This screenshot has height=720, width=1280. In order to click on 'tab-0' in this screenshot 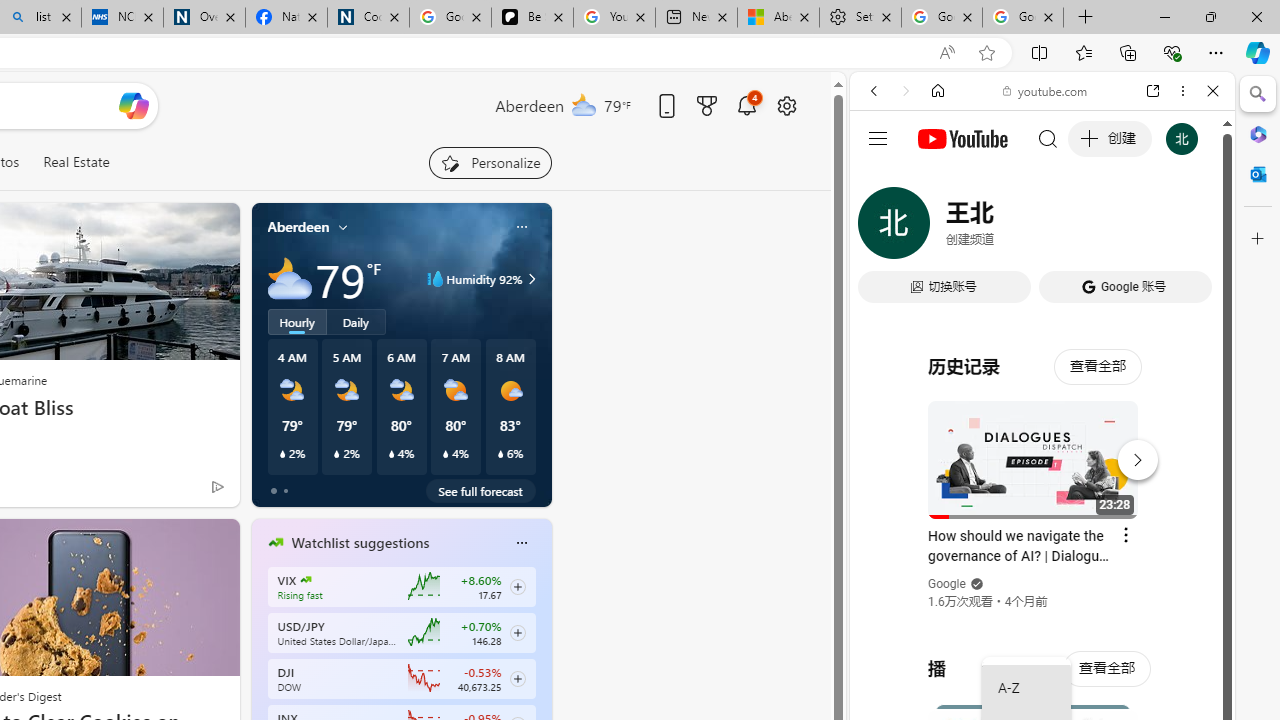, I will do `click(272, 491)`.